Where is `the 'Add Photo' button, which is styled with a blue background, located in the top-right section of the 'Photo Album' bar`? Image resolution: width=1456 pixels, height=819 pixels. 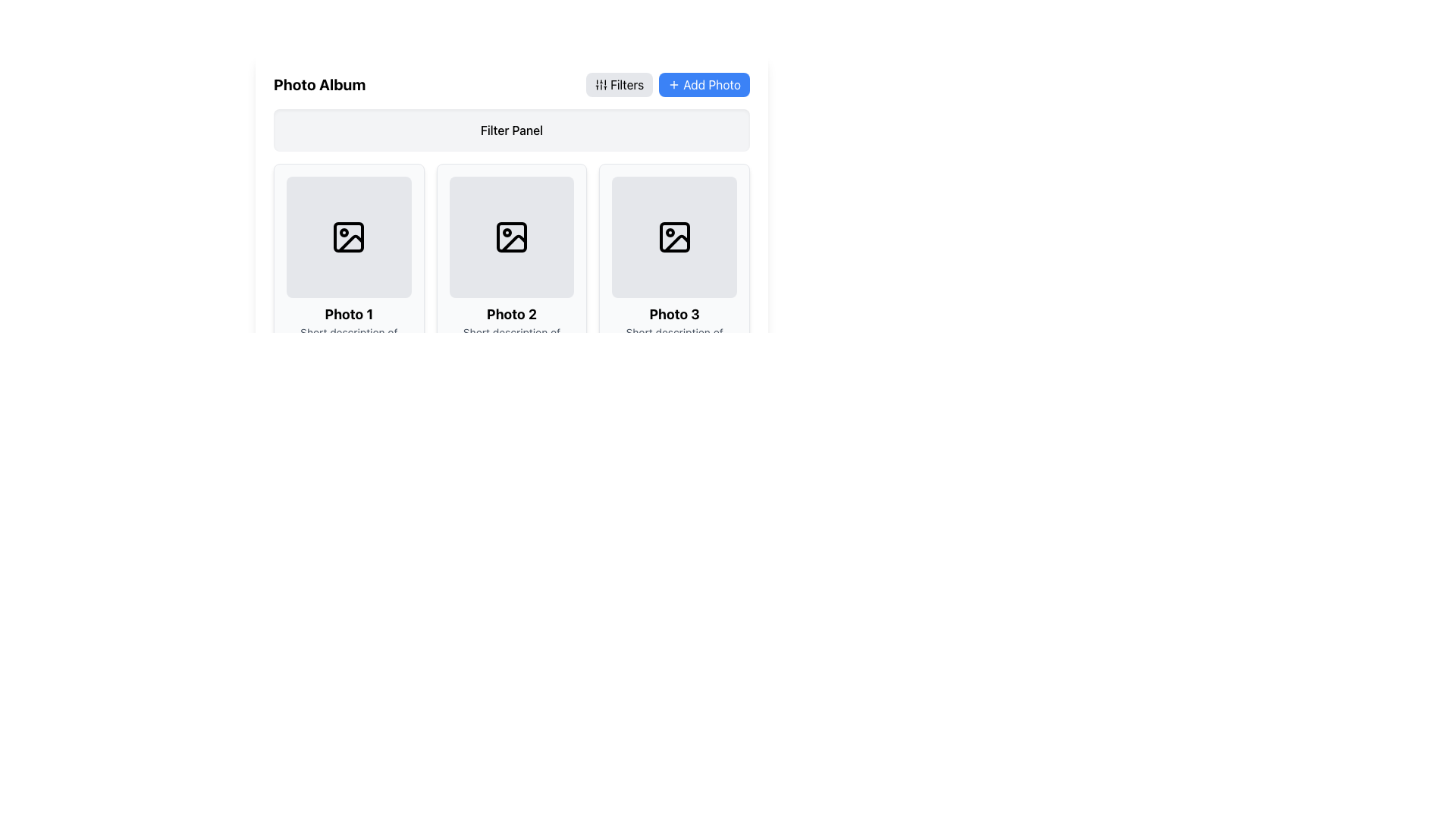 the 'Add Photo' button, which is styled with a blue background, located in the top-right section of the 'Photo Album' bar is located at coordinates (667, 84).